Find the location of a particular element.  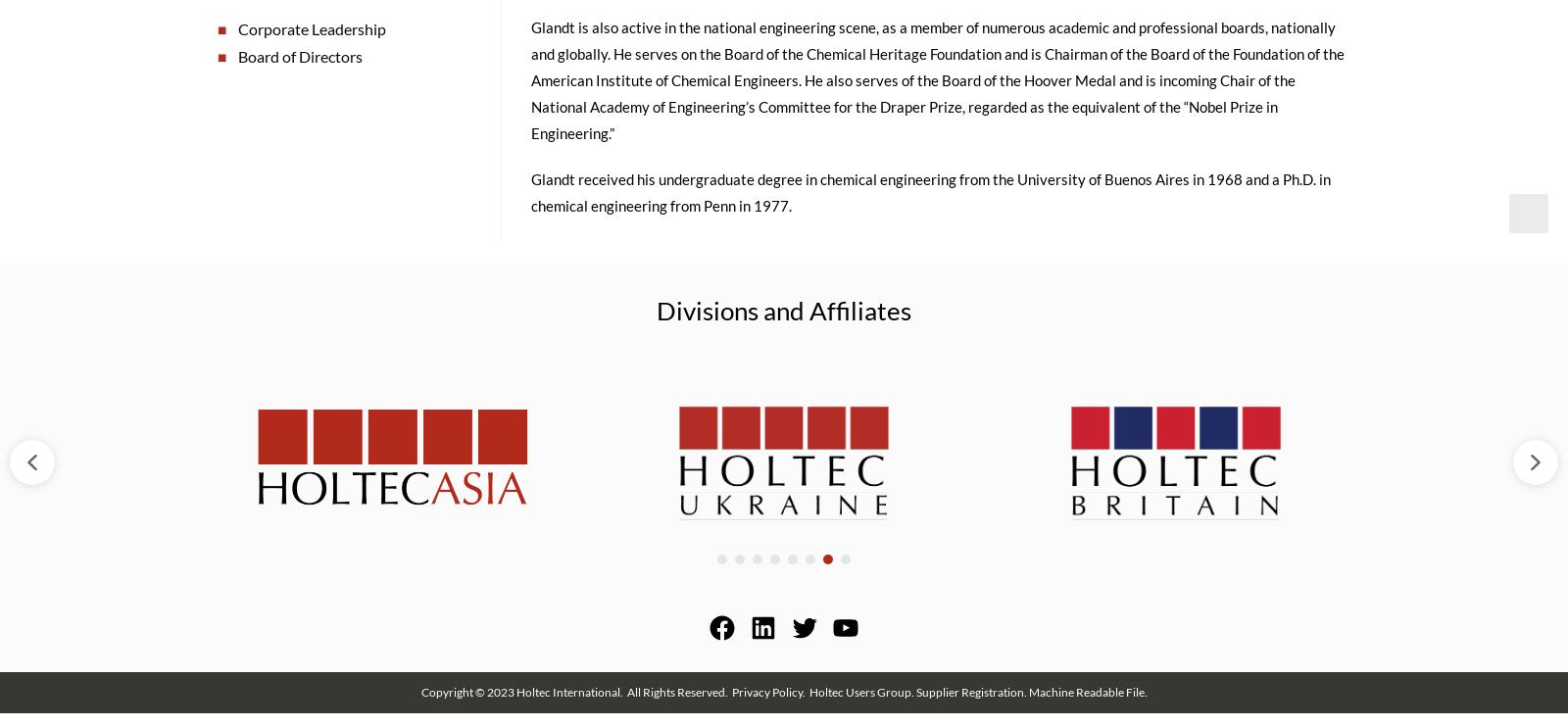

'Glandt is also active in the national engineering scene, as a member of numerous academic and professional boards, nationally and globally. He serves on the Board of the Chemical Heritage Foundation and is Chairman of the Board of the Foundation of the American Institute of Chemical Engineers. He also serves of the Board of the Hoover Medal and is incoming Chair of the National Academy of Engineering’s Committee for the Draper Prize, regarded as the equivalent of the “Nobel Prize in Engineering.”' is located at coordinates (936, 86).